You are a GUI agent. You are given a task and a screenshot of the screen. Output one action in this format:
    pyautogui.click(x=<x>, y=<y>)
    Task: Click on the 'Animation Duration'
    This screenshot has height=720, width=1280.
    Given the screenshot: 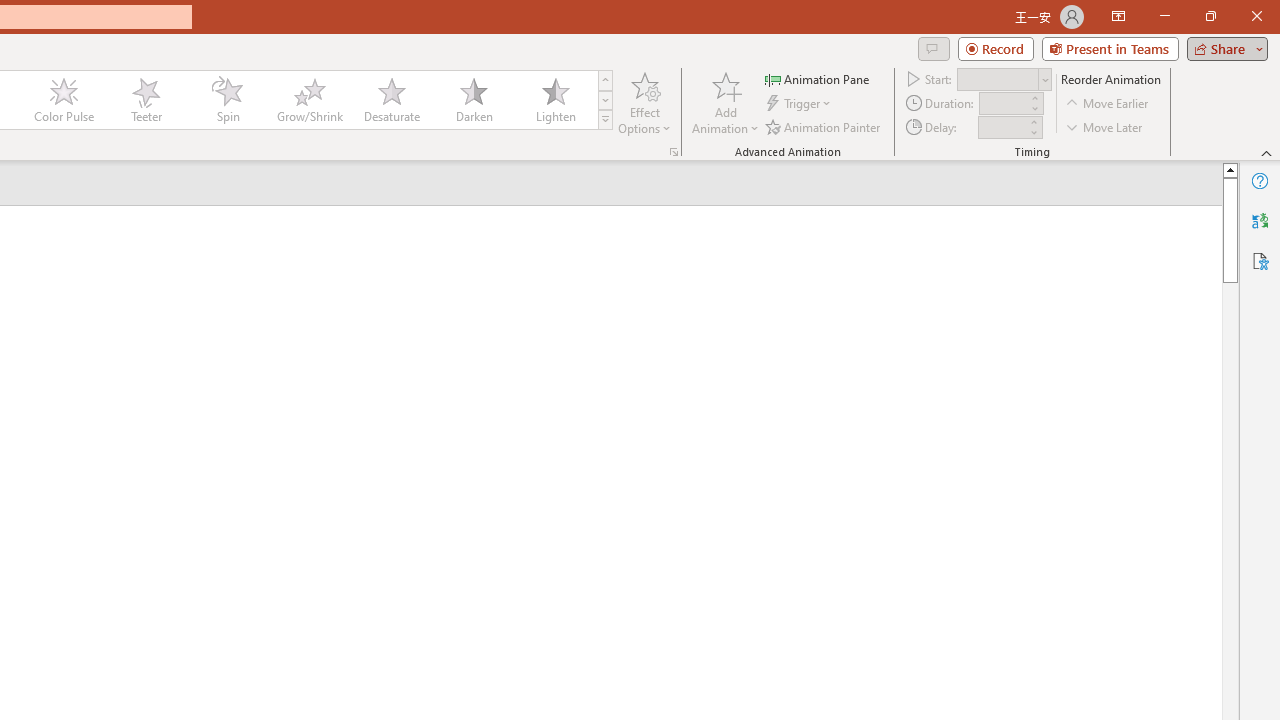 What is the action you would take?
    pyautogui.click(x=1003, y=103)
    